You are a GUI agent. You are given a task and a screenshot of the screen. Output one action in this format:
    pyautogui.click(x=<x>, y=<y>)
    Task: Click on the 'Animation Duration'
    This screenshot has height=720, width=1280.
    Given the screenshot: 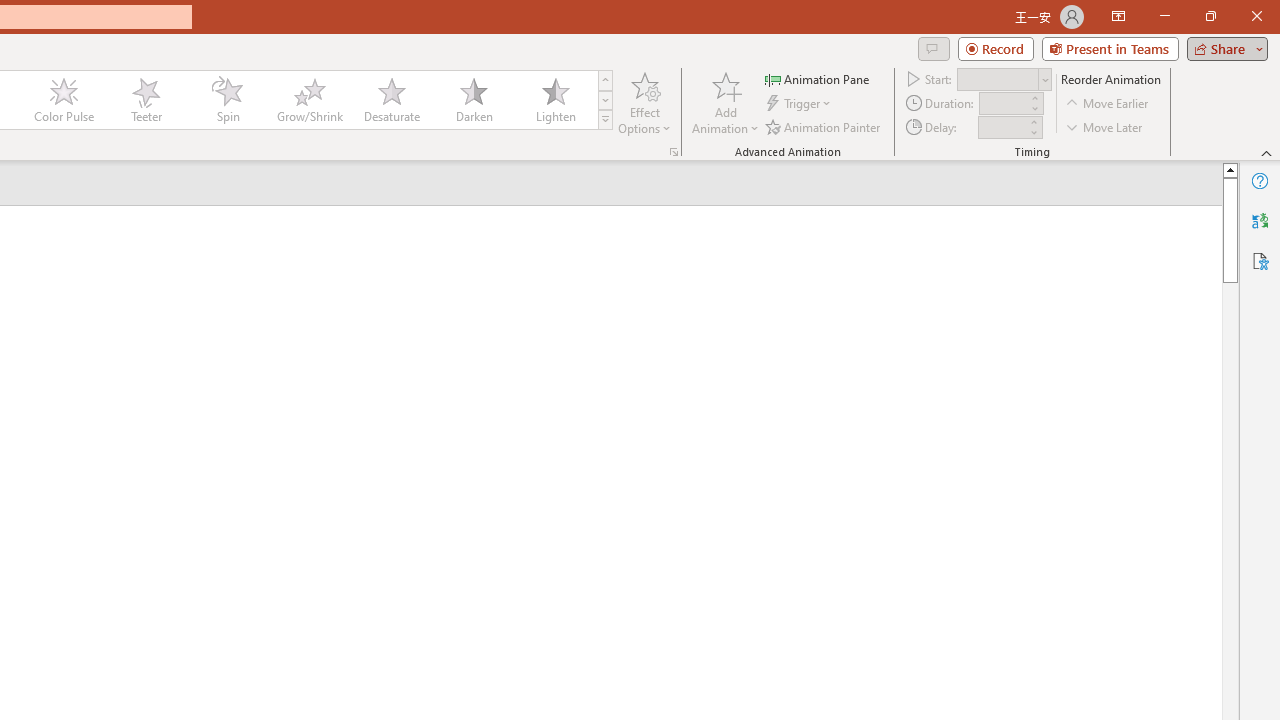 What is the action you would take?
    pyautogui.click(x=1003, y=103)
    